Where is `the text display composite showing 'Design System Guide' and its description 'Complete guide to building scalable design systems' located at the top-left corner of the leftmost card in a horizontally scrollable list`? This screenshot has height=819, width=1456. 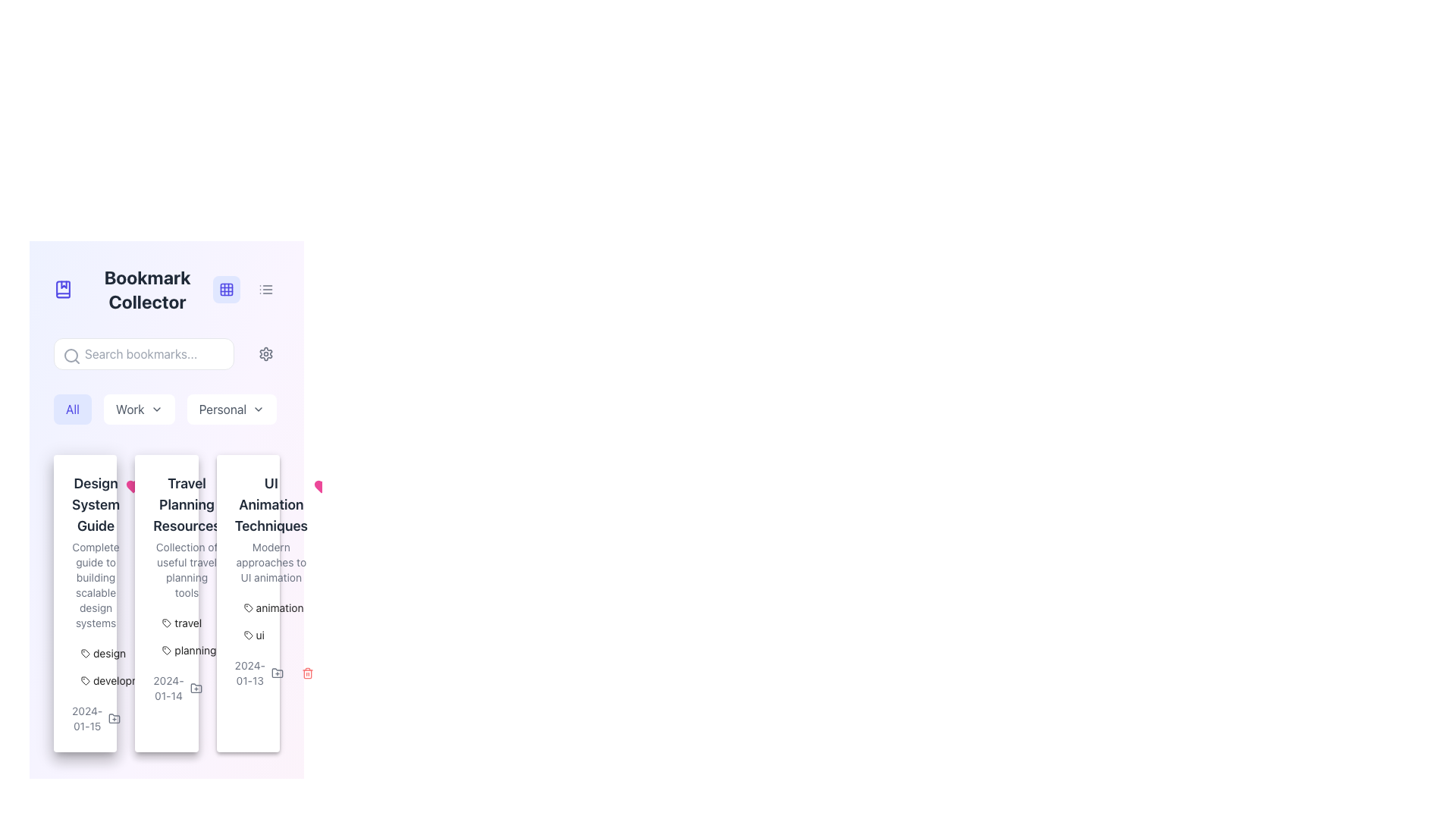 the text display composite showing 'Design System Guide' and its description 'Complete guide to building scalable design systems' located at the top-left corner of the leftmost card in a horizontally scrollable list is located at coordinates (84, 552).